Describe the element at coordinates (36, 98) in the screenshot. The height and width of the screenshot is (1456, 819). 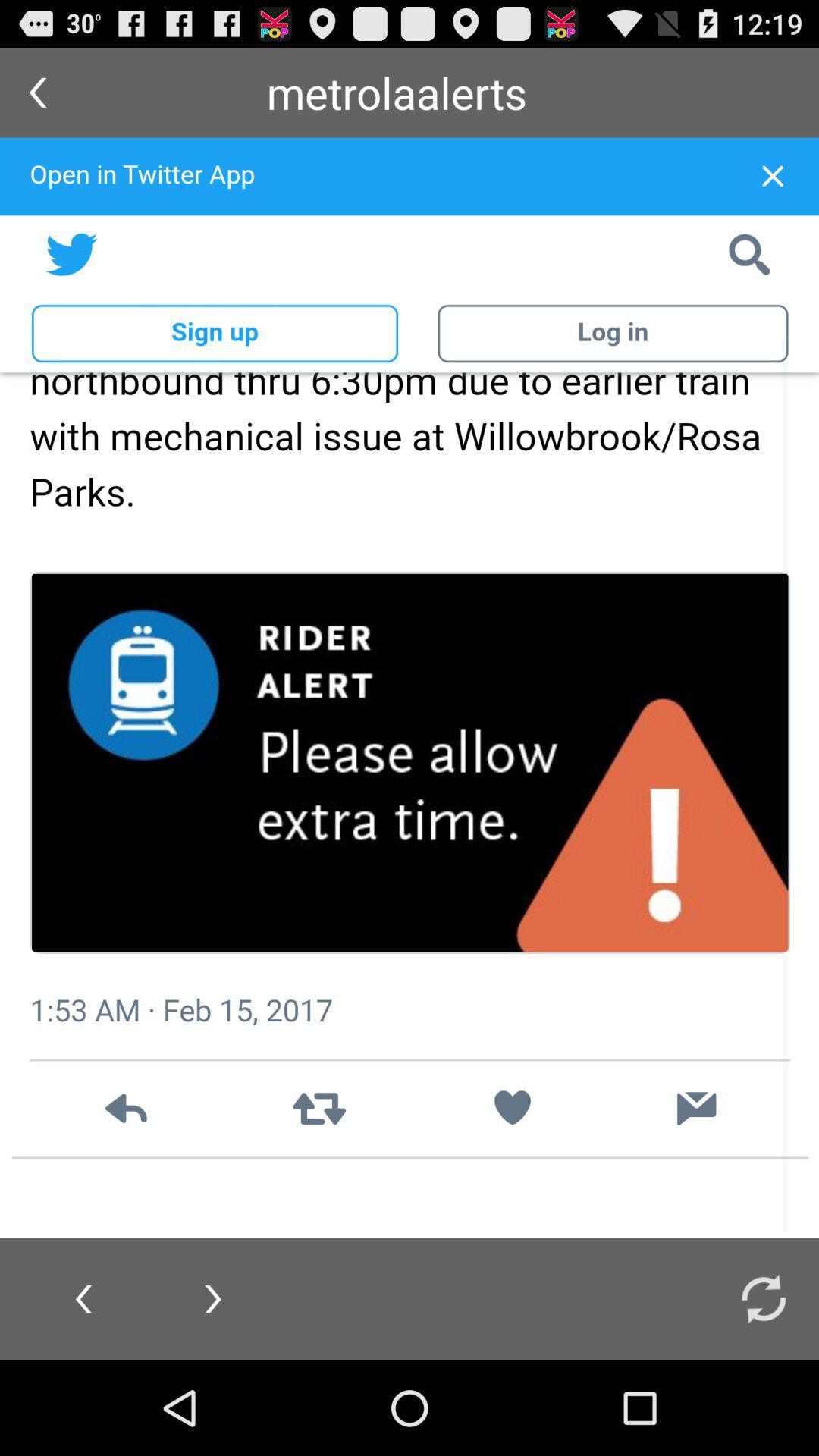
I see `the arrow_backward icon` at that location.